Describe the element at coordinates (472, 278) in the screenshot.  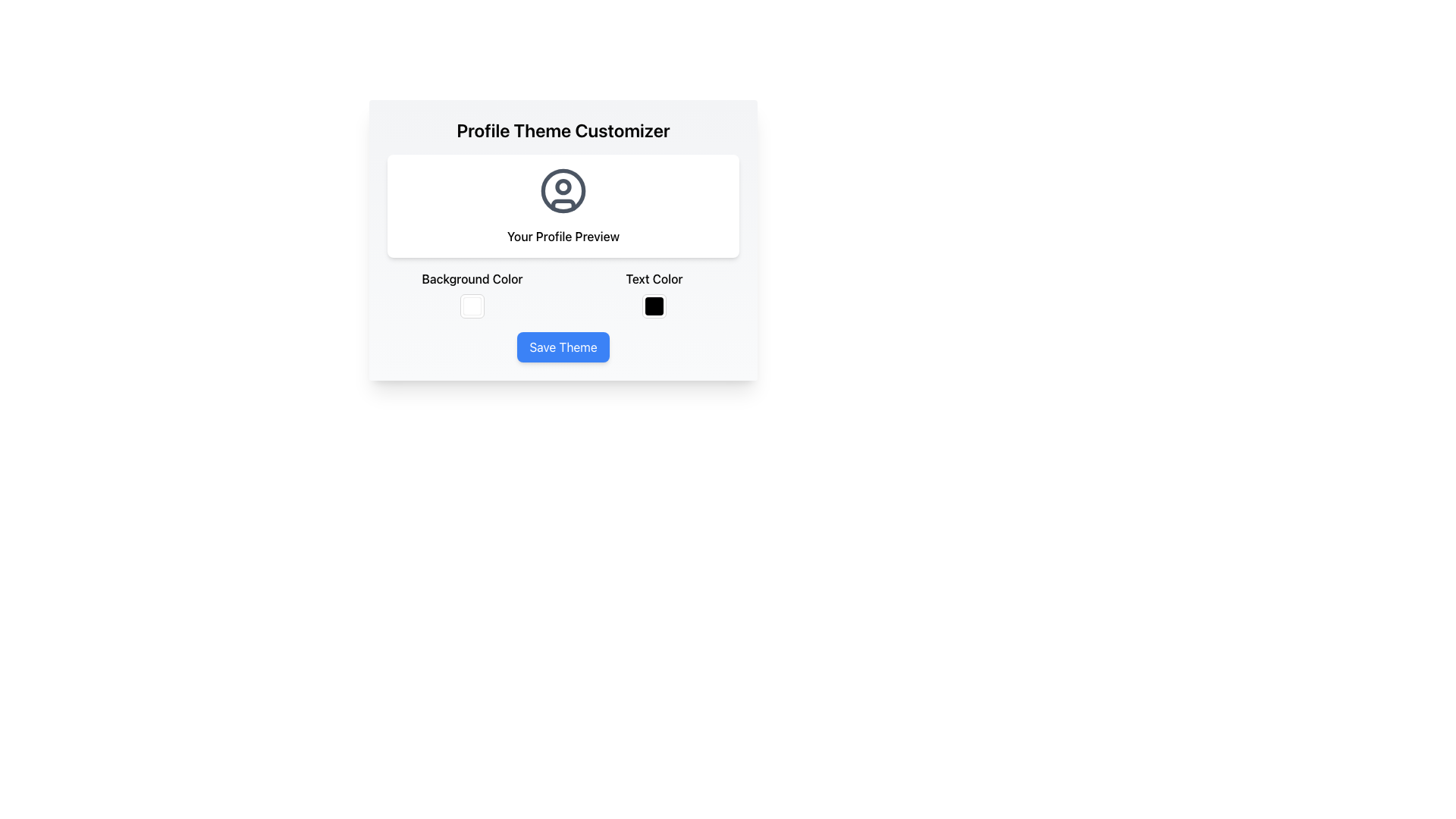
I see `the 'Background Color' text label located below the 'Your Profile Preview' section and above the checkbox and color picker interface` at that location.